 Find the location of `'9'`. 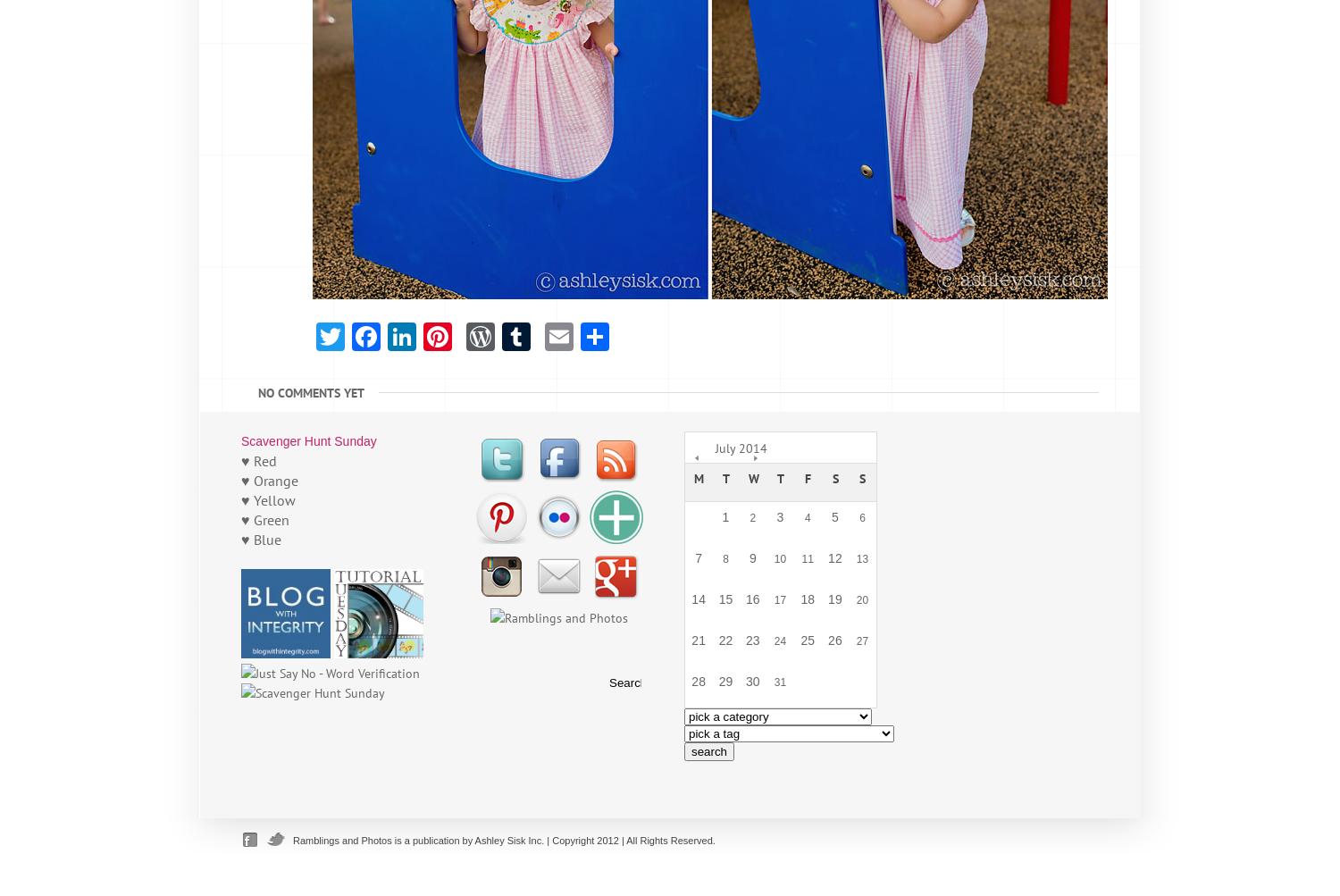

'9' is located at coordinates (750, 557).